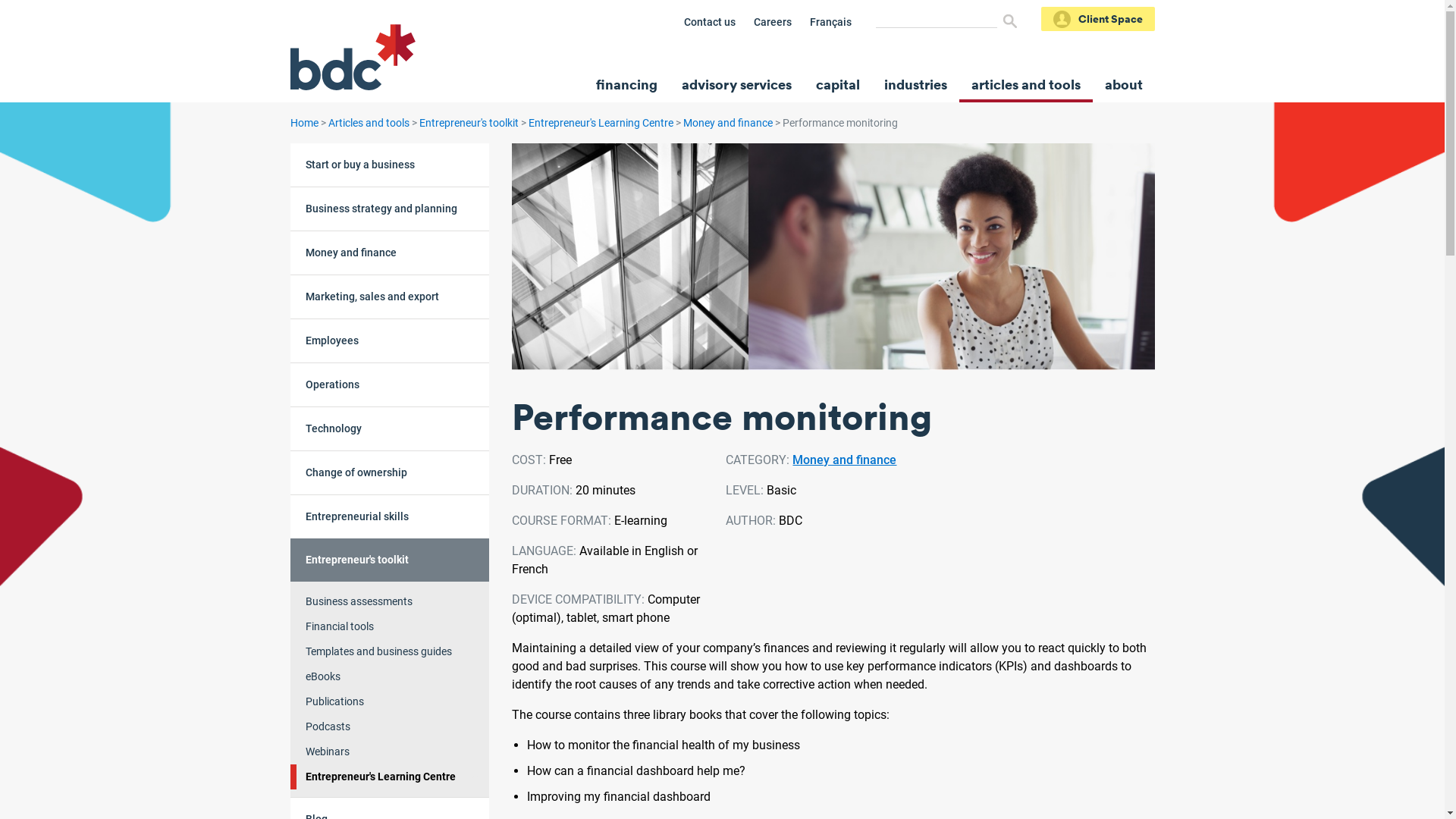 This screenshot has width=1456, height=819. Describe the element at coordinates (389, 626) in the screenshot. I see `'Financial tools'` at that location.